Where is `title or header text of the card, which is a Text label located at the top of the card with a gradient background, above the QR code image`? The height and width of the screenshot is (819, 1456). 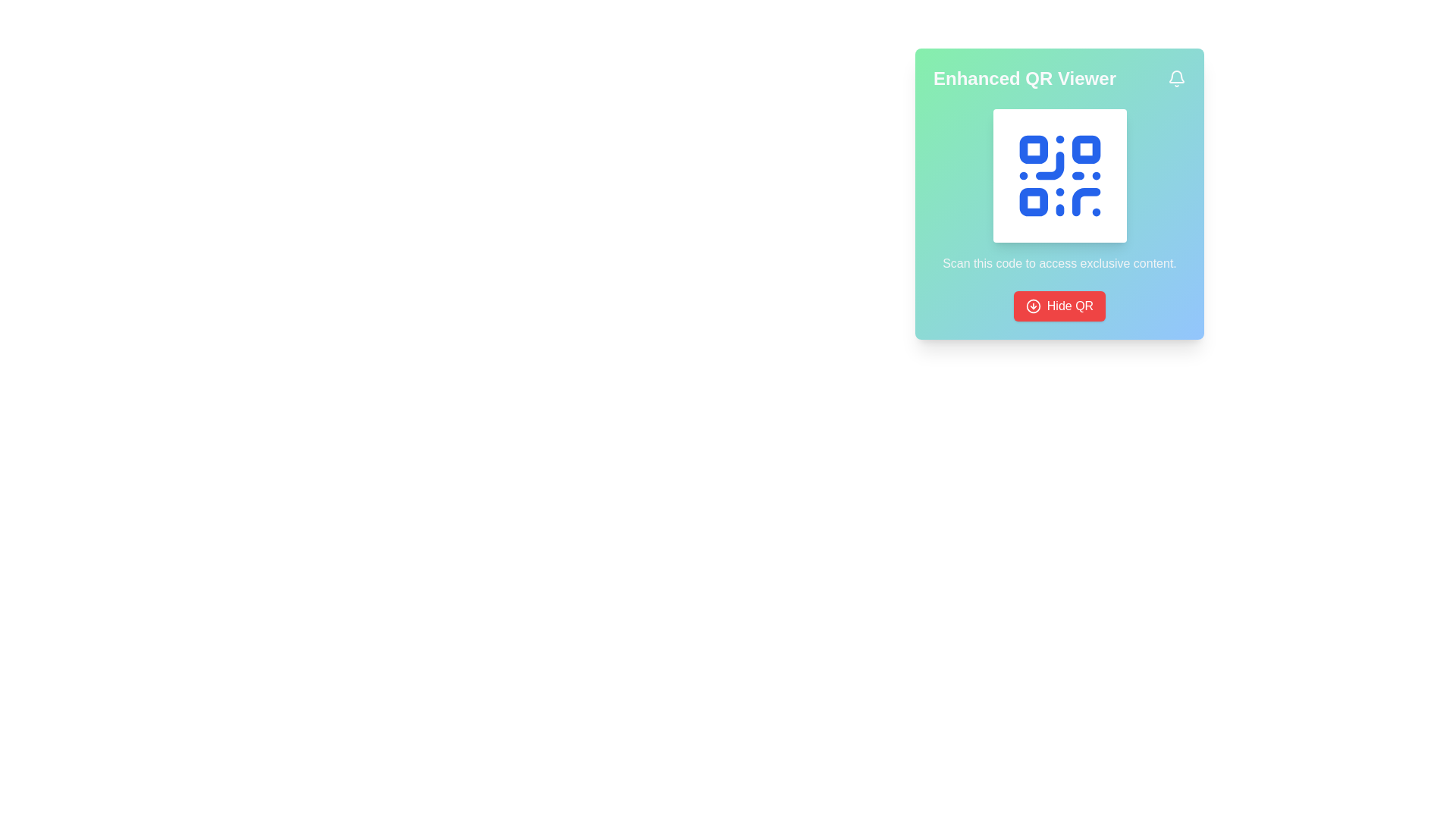 title or header text of the card, which is a Text label located at the top of the card with a gradient background, above the QR code image is located at coordinates (1059, 79).